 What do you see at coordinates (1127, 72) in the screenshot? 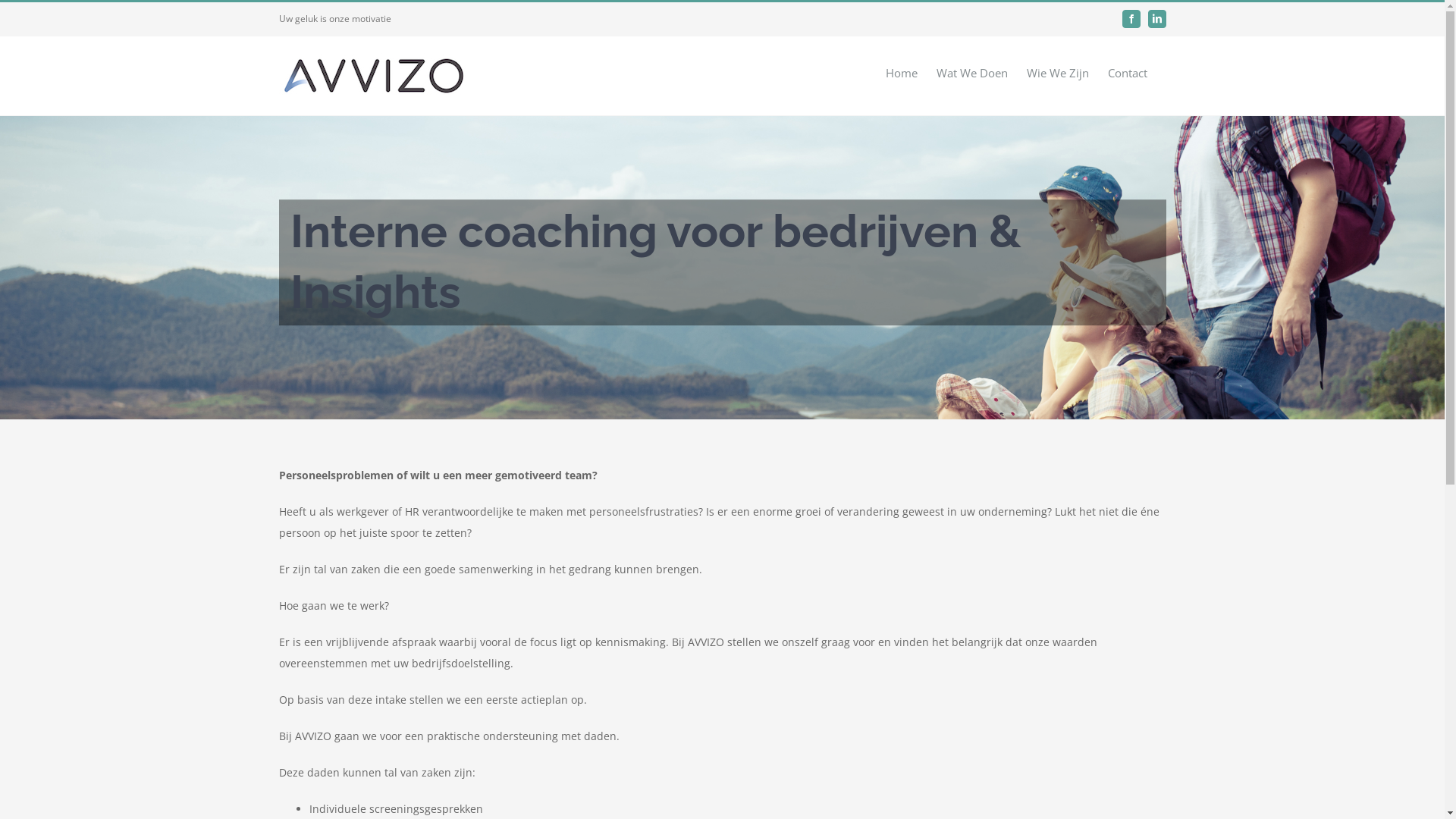
I see `'Contact'` at bounding box center [1127, 72].